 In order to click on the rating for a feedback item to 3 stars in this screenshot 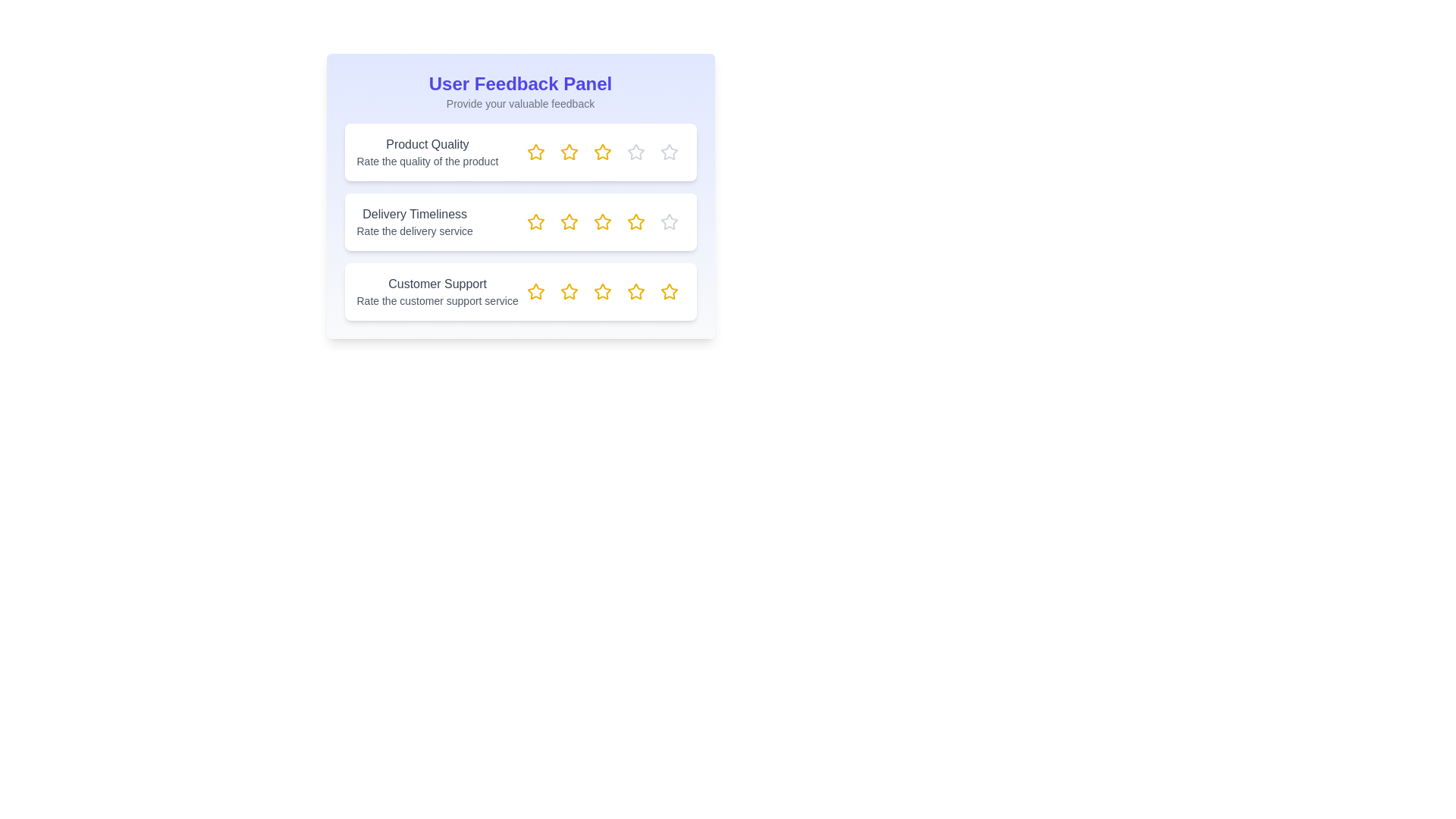, I will do `click(601, 152)`.